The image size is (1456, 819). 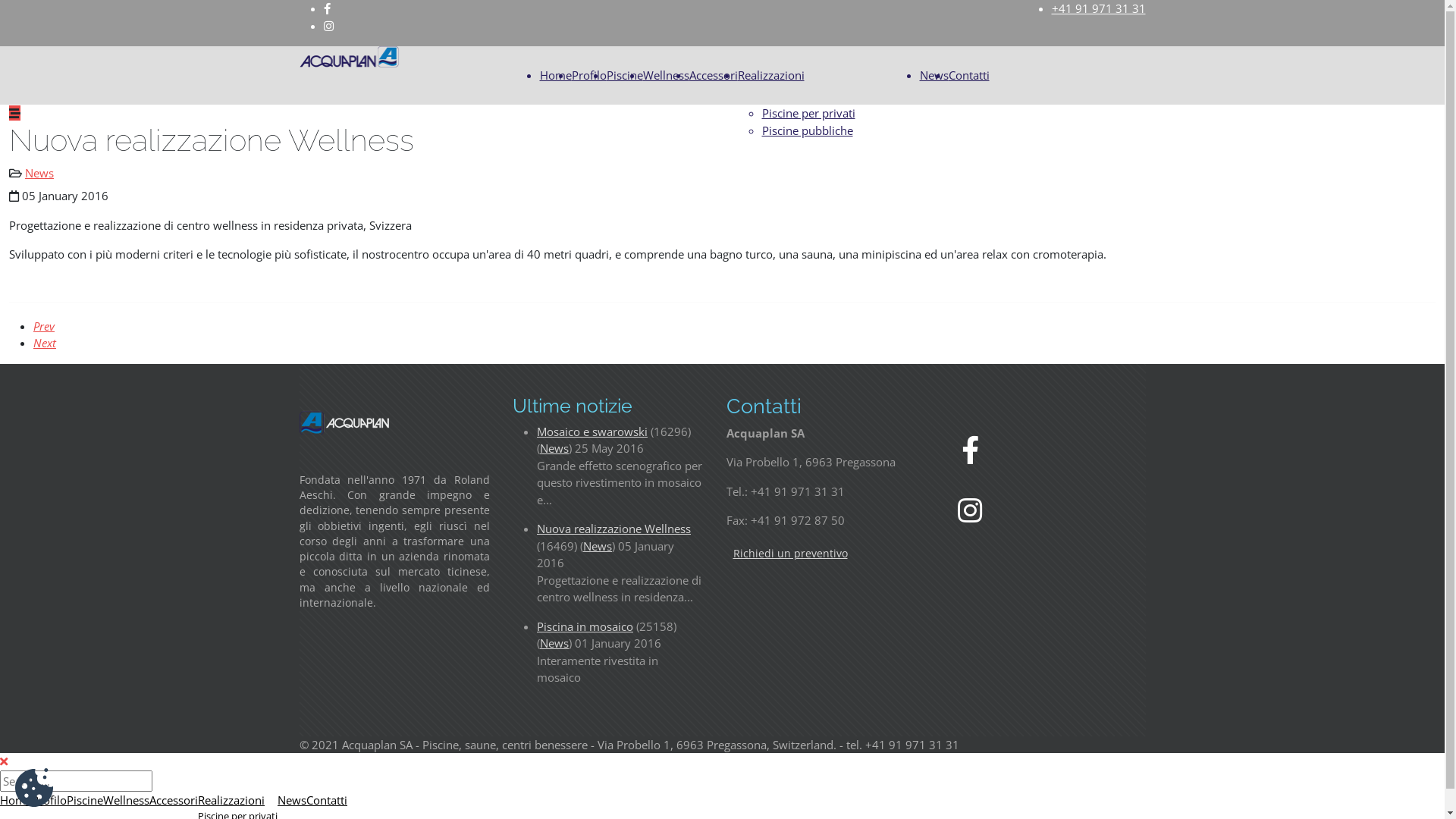 What do you see at coordinates (1098, 8) in the screenshot?
I see `'+41 91 971 31 31'` at bounding box center [1098, 8].